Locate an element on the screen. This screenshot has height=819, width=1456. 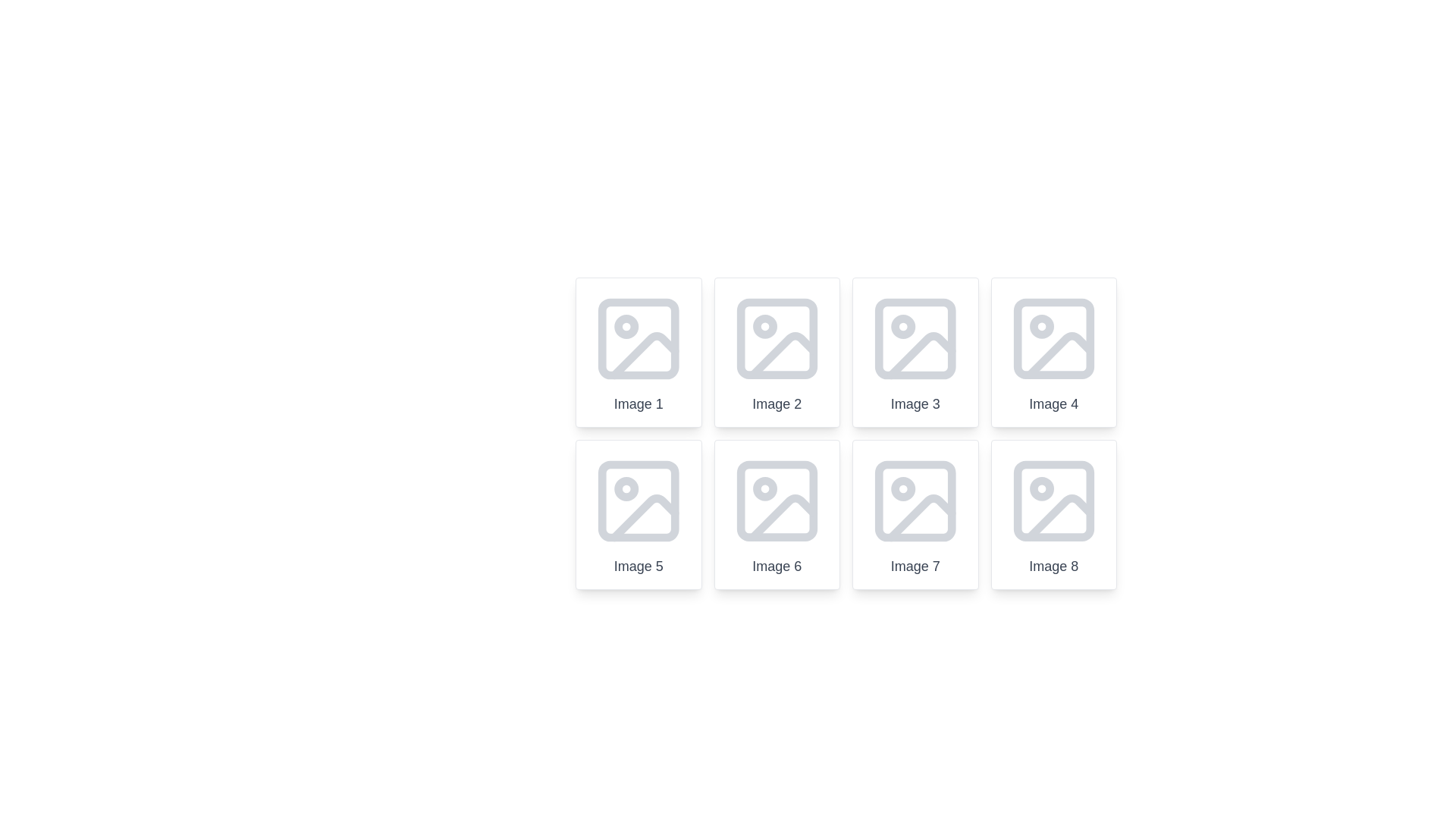
the Text Label that serves as a caption for the image labeled 'Image 7' in the seventh card of the grid layout is located at coordinates (915, 566).